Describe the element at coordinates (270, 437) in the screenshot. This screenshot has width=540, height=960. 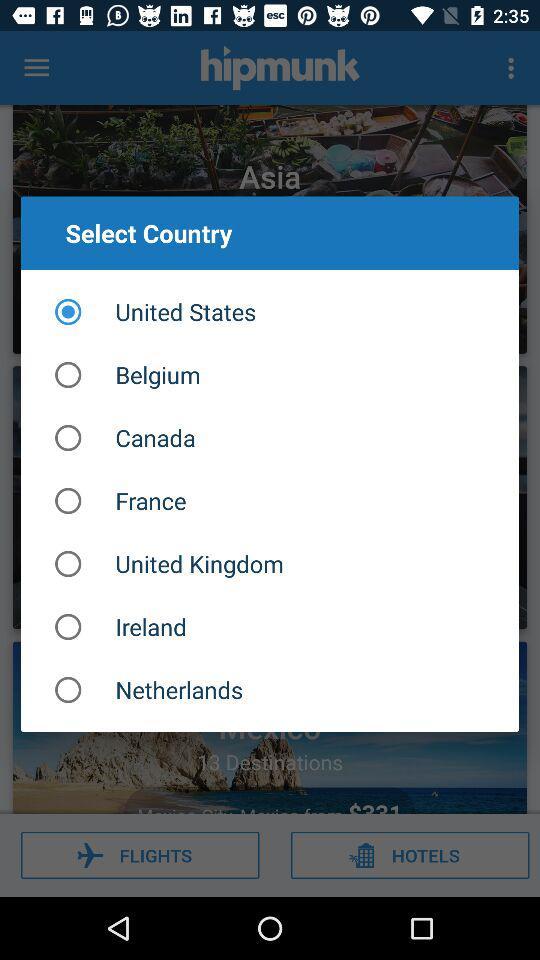
I see `the canada` at that location.